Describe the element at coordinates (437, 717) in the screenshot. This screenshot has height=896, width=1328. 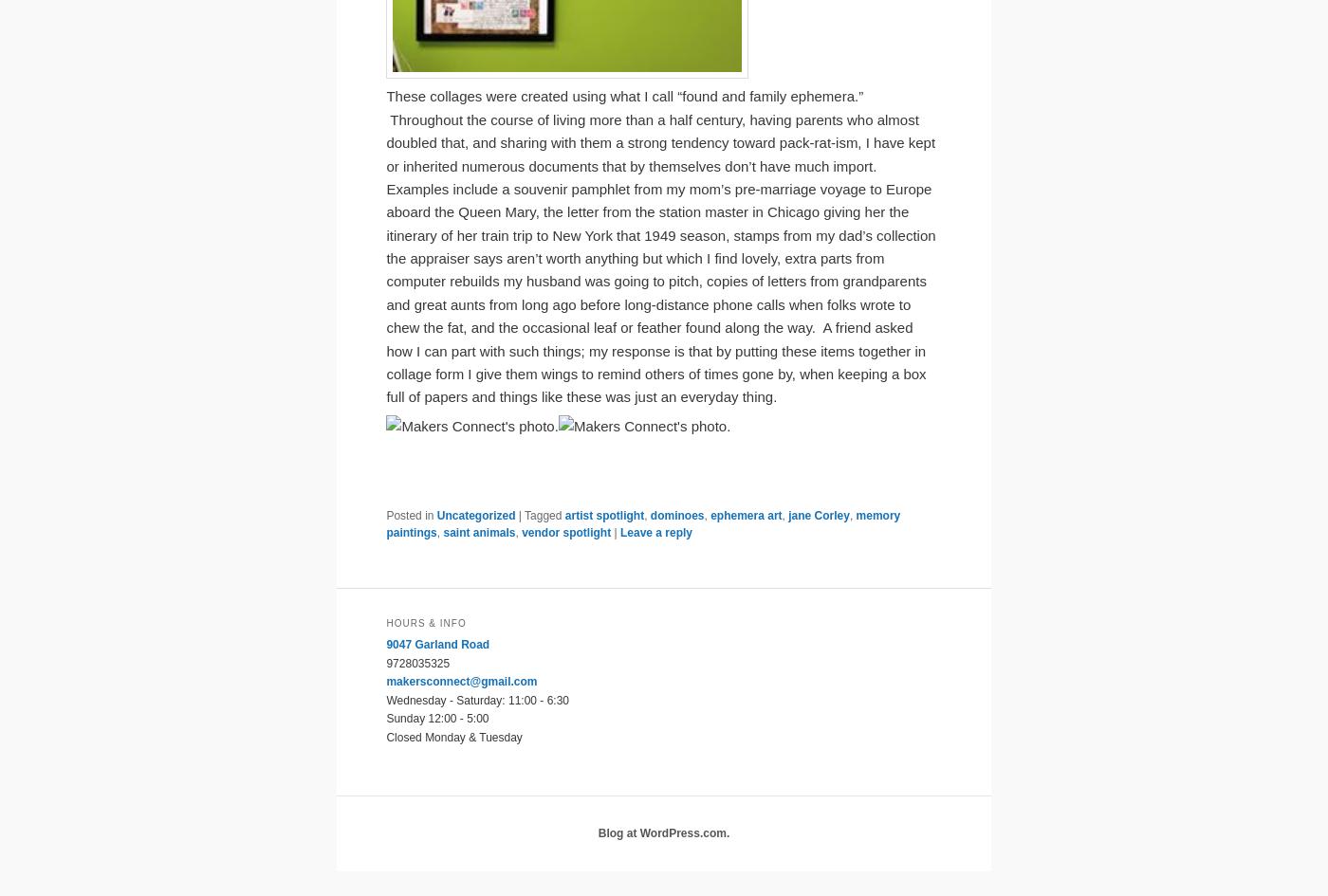
I see `'Sunday 12:00 - 5:00'` at that location.